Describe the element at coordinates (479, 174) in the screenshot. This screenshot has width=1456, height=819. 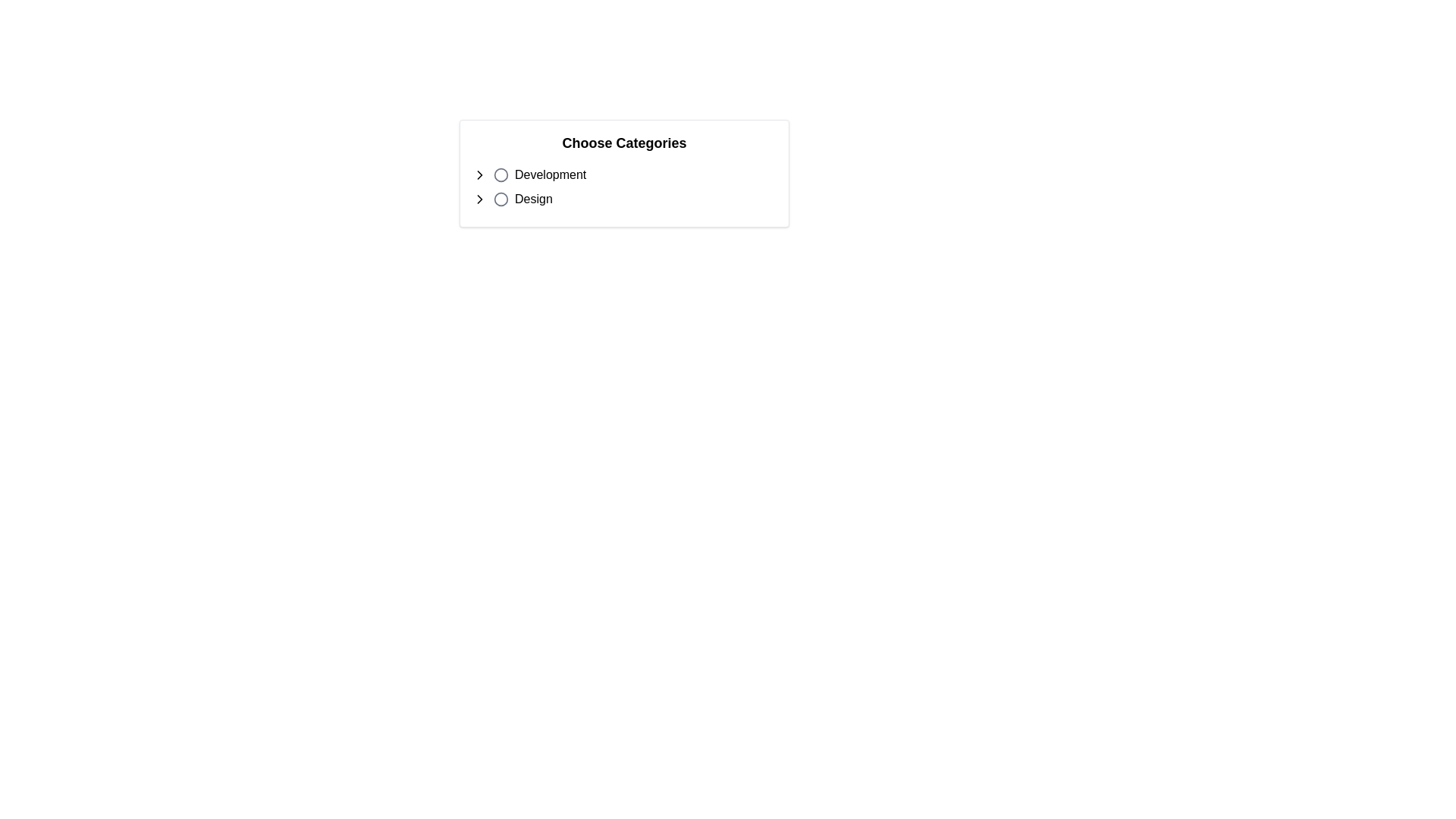
I see `the expandable control button located on the far left of the 'Development' category` at that location.